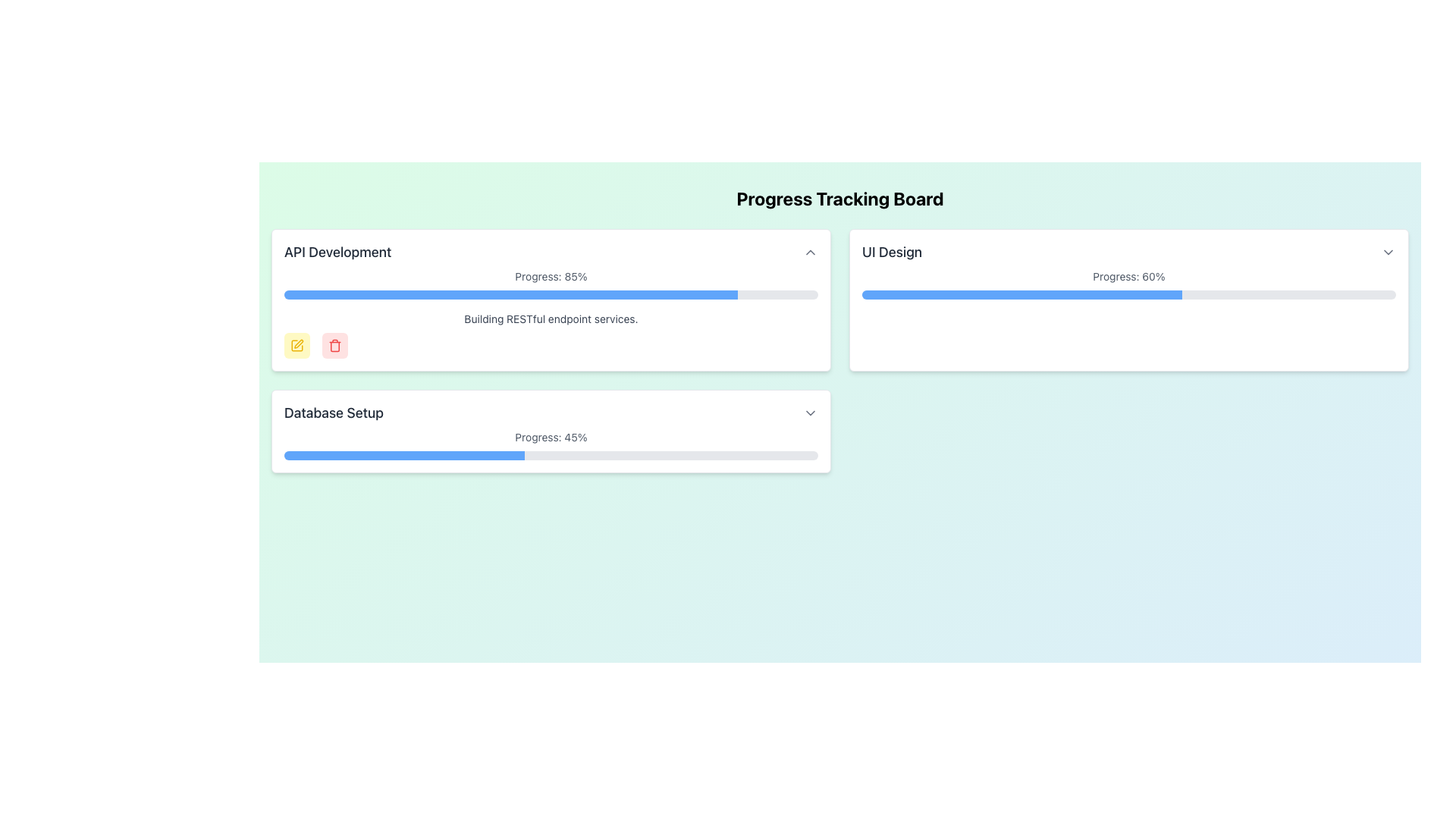 The width and height of the screenshot is (1456, 819). Describe the element at coordinates (810, 413) in the screenshot. I see `the downward-pointing chevron icon, styled in gray, located to the far right of the 'Database Setup' title` at that location.